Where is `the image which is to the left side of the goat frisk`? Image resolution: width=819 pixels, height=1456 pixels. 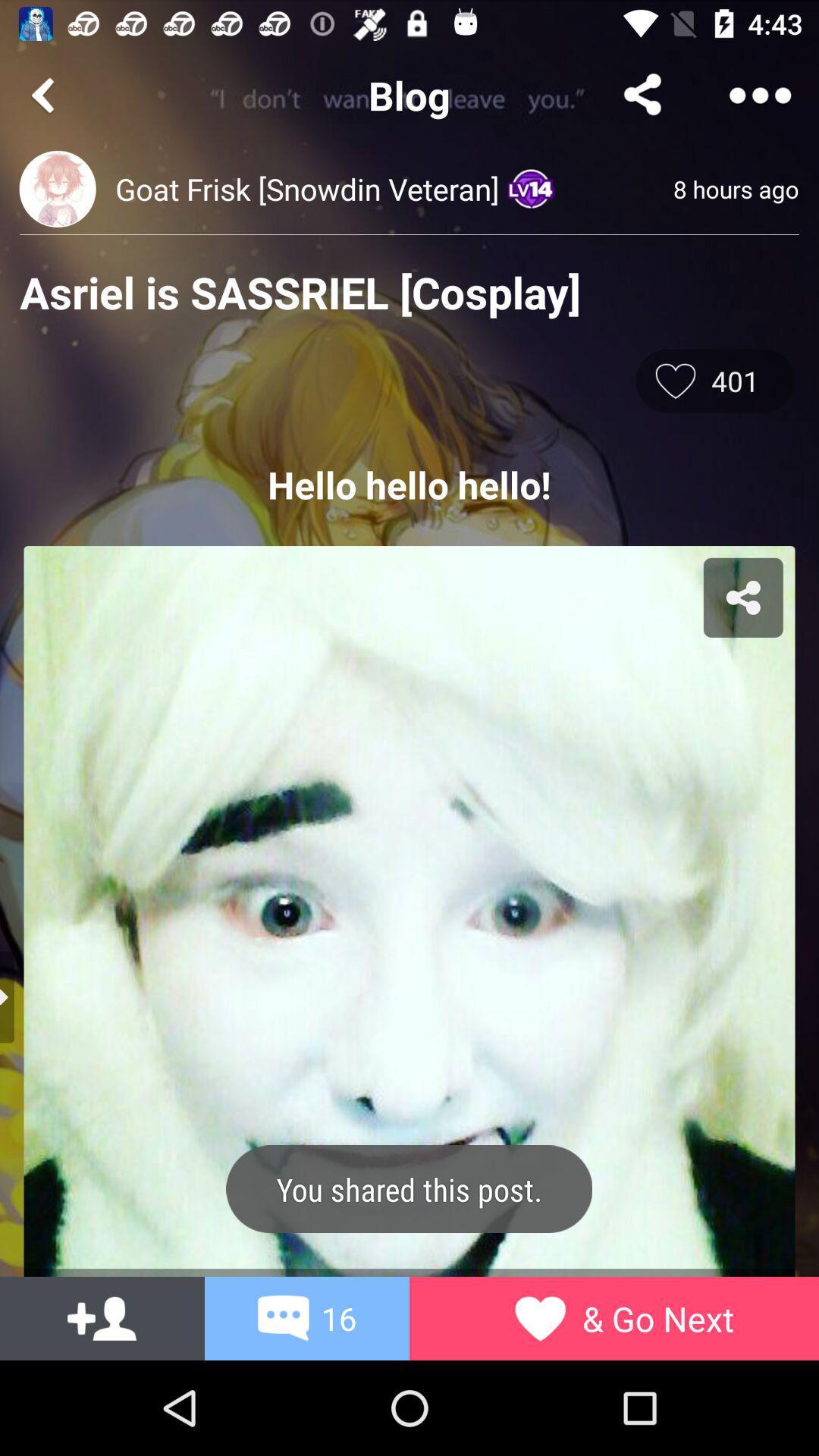
the image which is to the left side of the goat frisk is located at coordinates (57, 188).